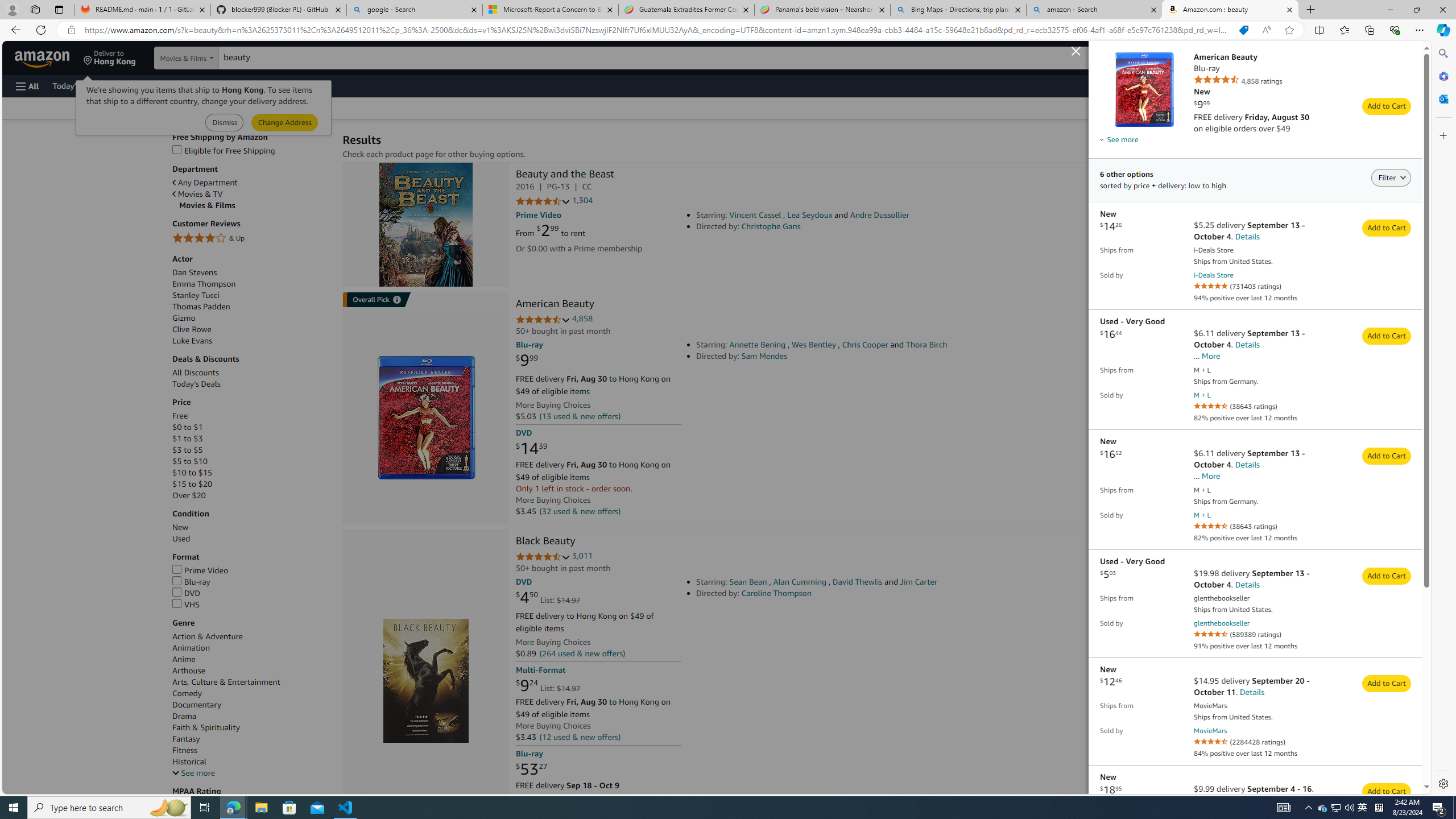 This screenshot has height=819, width=1456. Describe the element at coordinates (109, 57) in the screenshot. I see `'Deliver to Hong Kong'` at that location.